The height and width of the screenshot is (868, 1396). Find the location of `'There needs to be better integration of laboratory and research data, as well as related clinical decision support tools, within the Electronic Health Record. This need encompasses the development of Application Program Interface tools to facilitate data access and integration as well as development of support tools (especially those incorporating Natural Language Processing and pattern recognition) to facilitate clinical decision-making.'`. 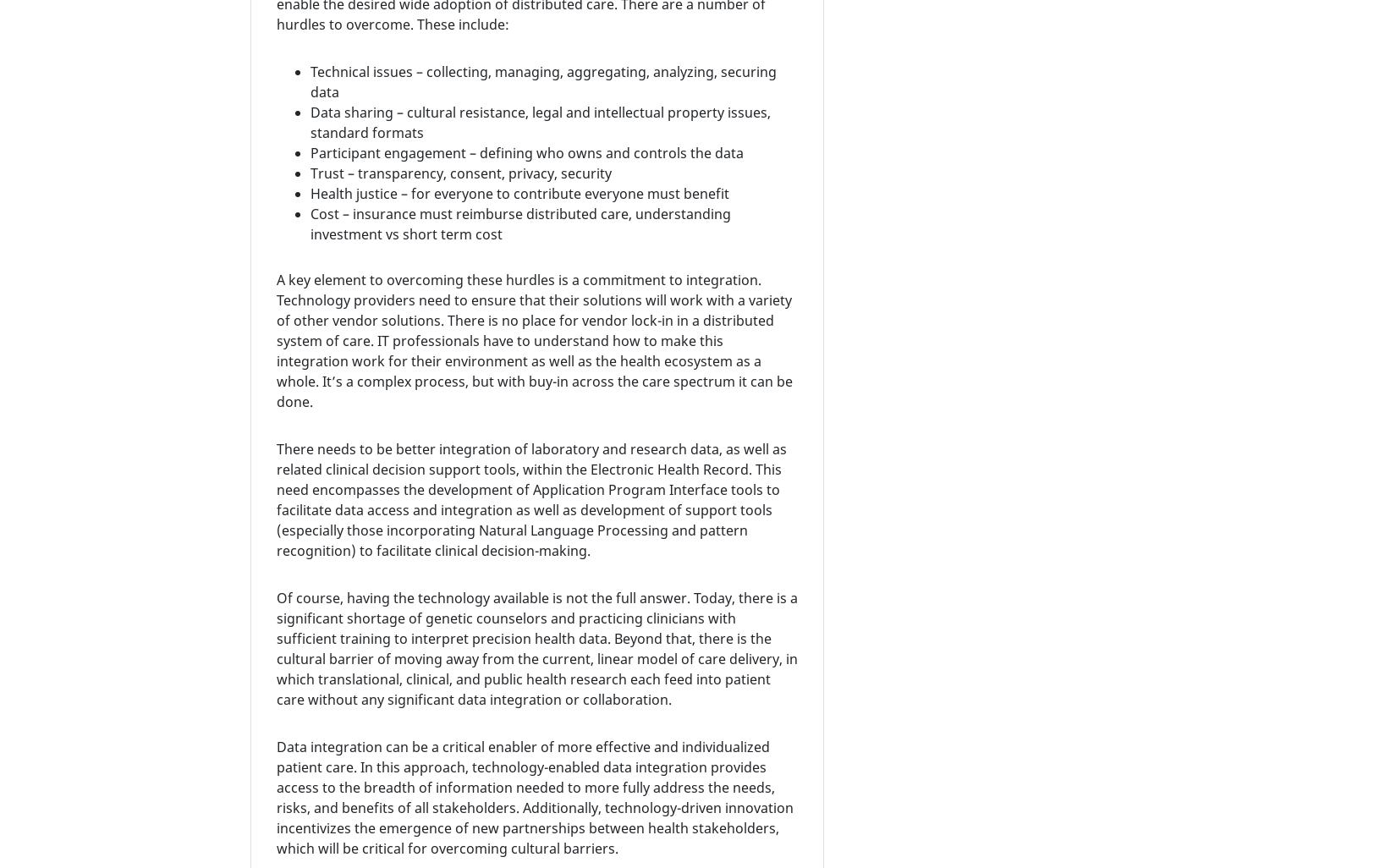

'There needs to be better integration of laboratory and research data, as well as related clinical decision support tools, within the Electronic Health Record. This need encompasses the development of Application Program Interface tools to facilitate data access and integration as well as development of support tools (especially those incorporating Natural Language Processing and pattern recognition) to facilitate clinical decision-making.' is located at coordinates (530, 497).